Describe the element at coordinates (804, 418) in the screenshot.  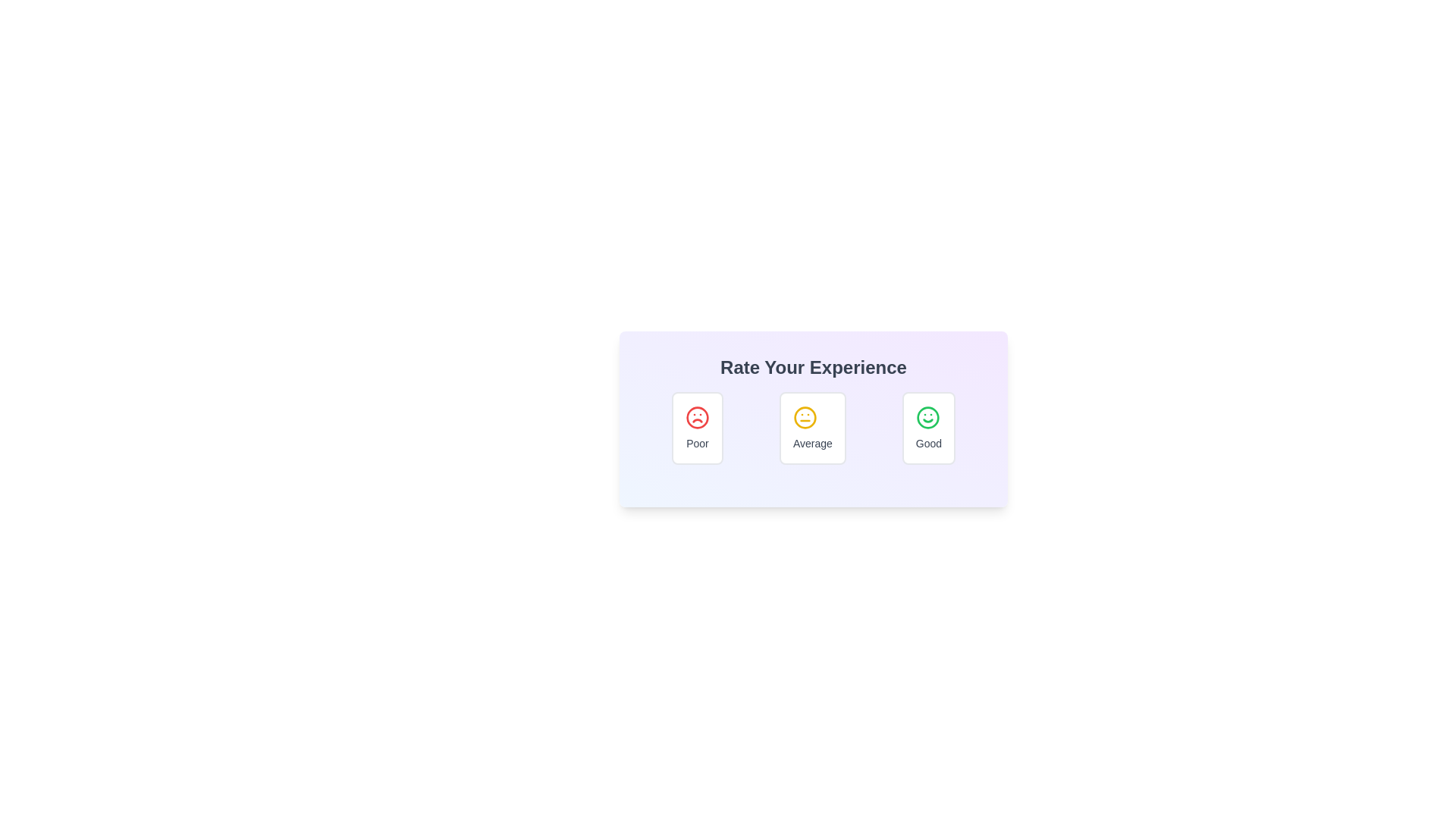
I see `the neutral feedback icon located in the center of the 'Rate Your Experience' section, positioned between the 'Poor' and 'Good' options` at that location.